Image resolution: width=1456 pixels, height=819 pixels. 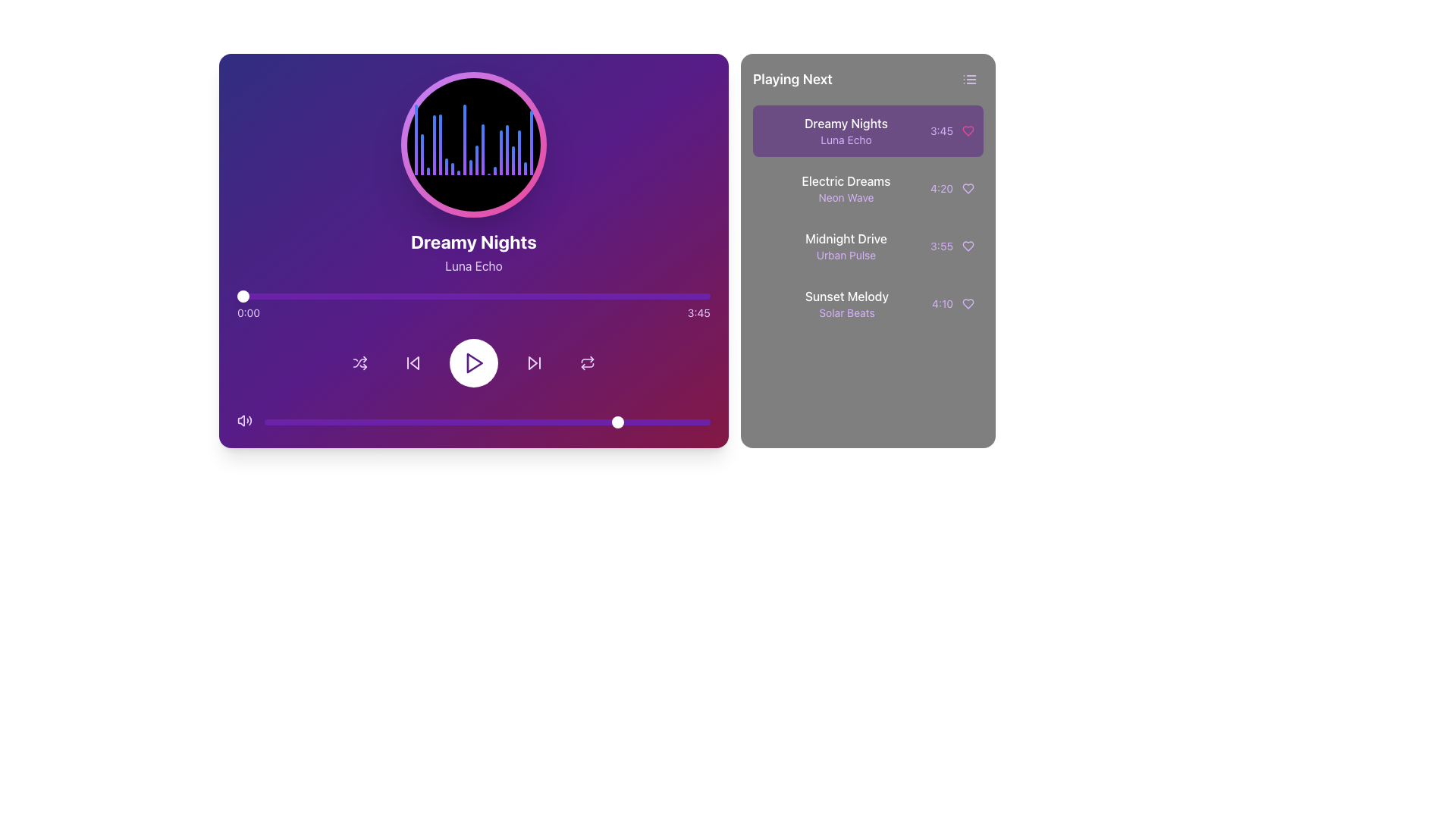 What do you see at coordinates (433, 145) in the screenshot?
I see `the fourth vertical progress or audio level bar from the left, which has a gradient color scheme from purple to blue, located above the audio control panel of the music player interface` at bounding box center [433, 145].